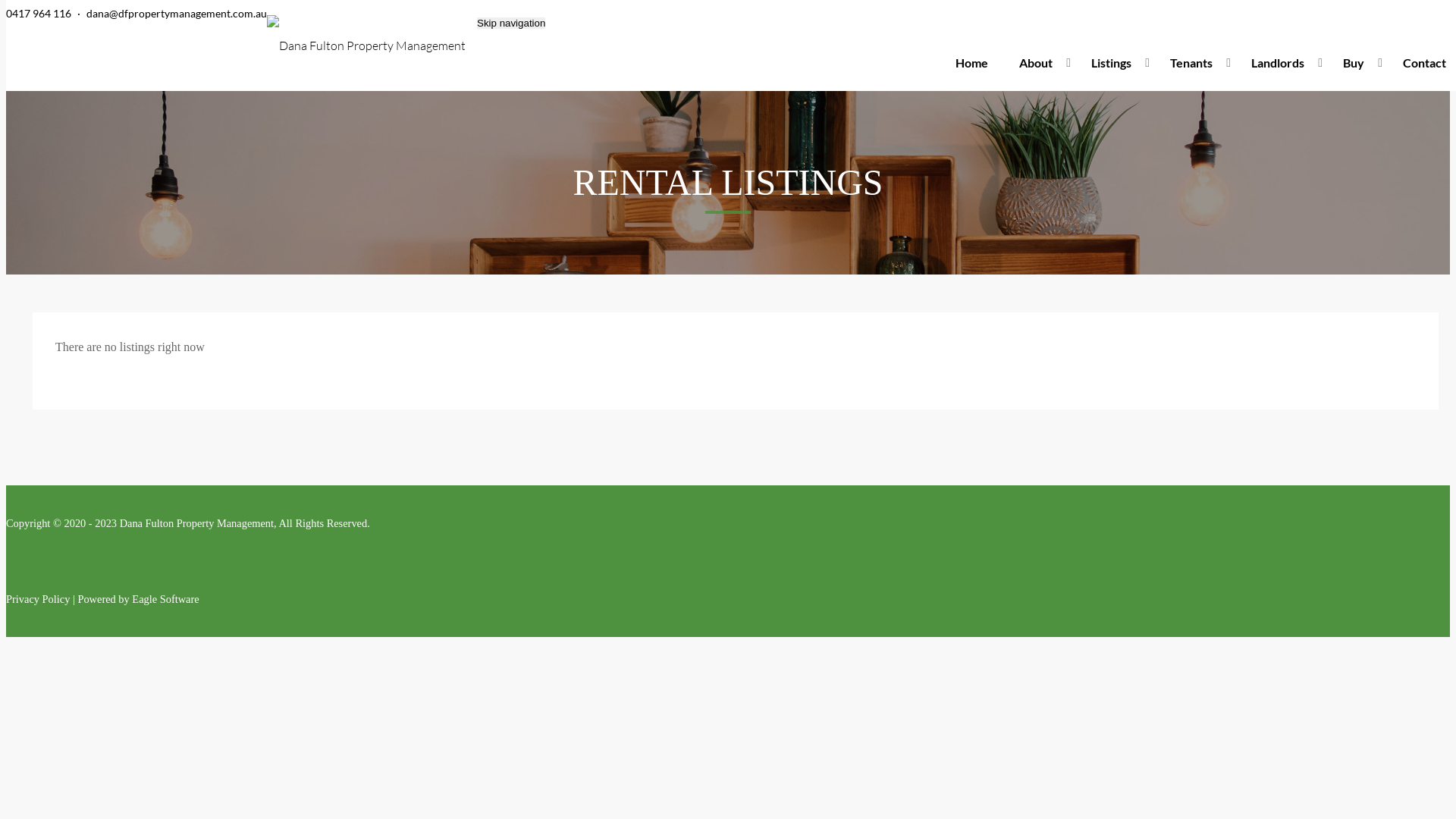 The width and height of the screenshot is (1456, 819). Describe the element at coordinates (165, 598) in the screenshot. I see `'Eagle Software'` at that location.